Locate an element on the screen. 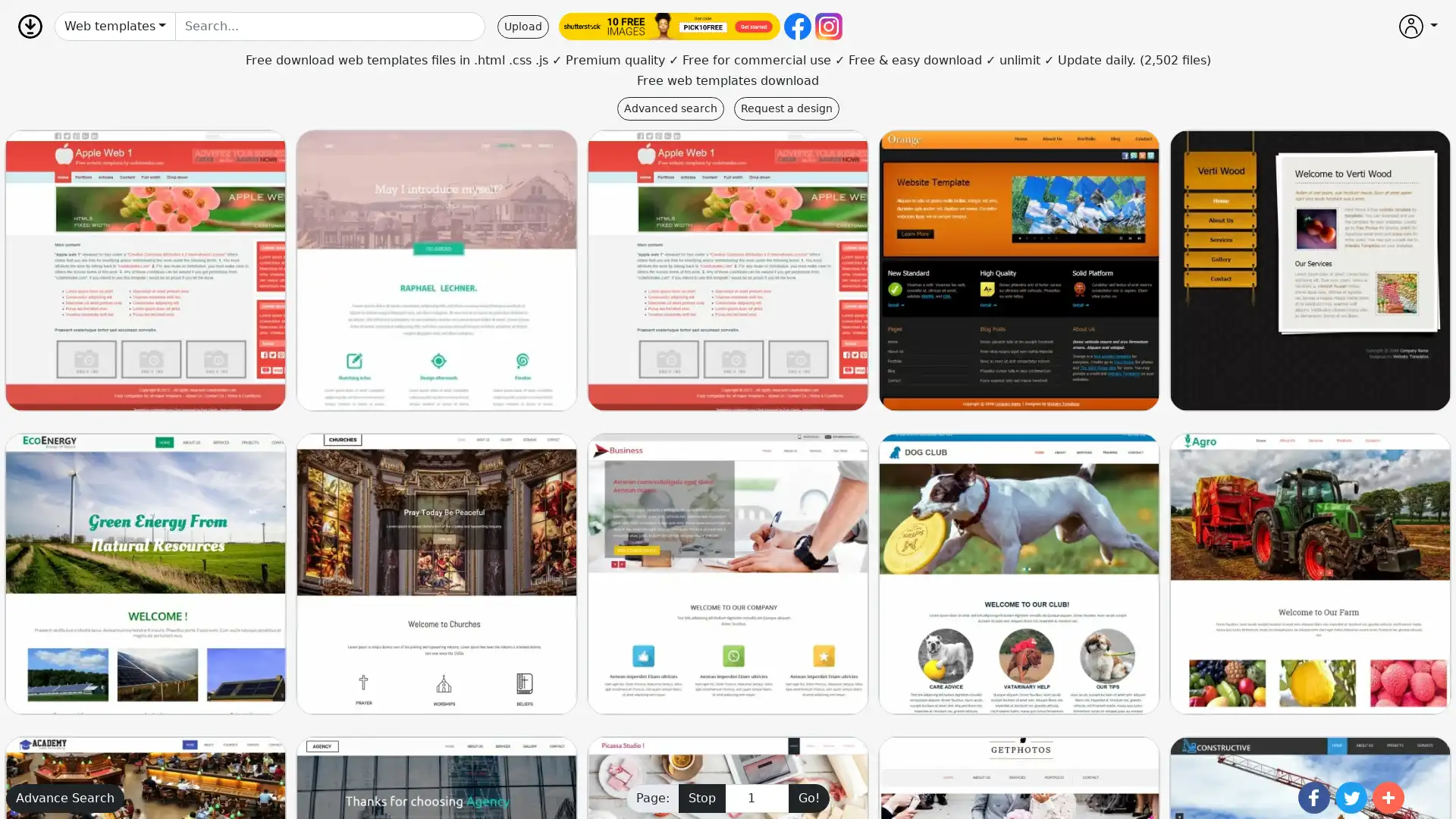 The image size is (1456, 819). Share to Facebook is located at coordinates (1290, 797).